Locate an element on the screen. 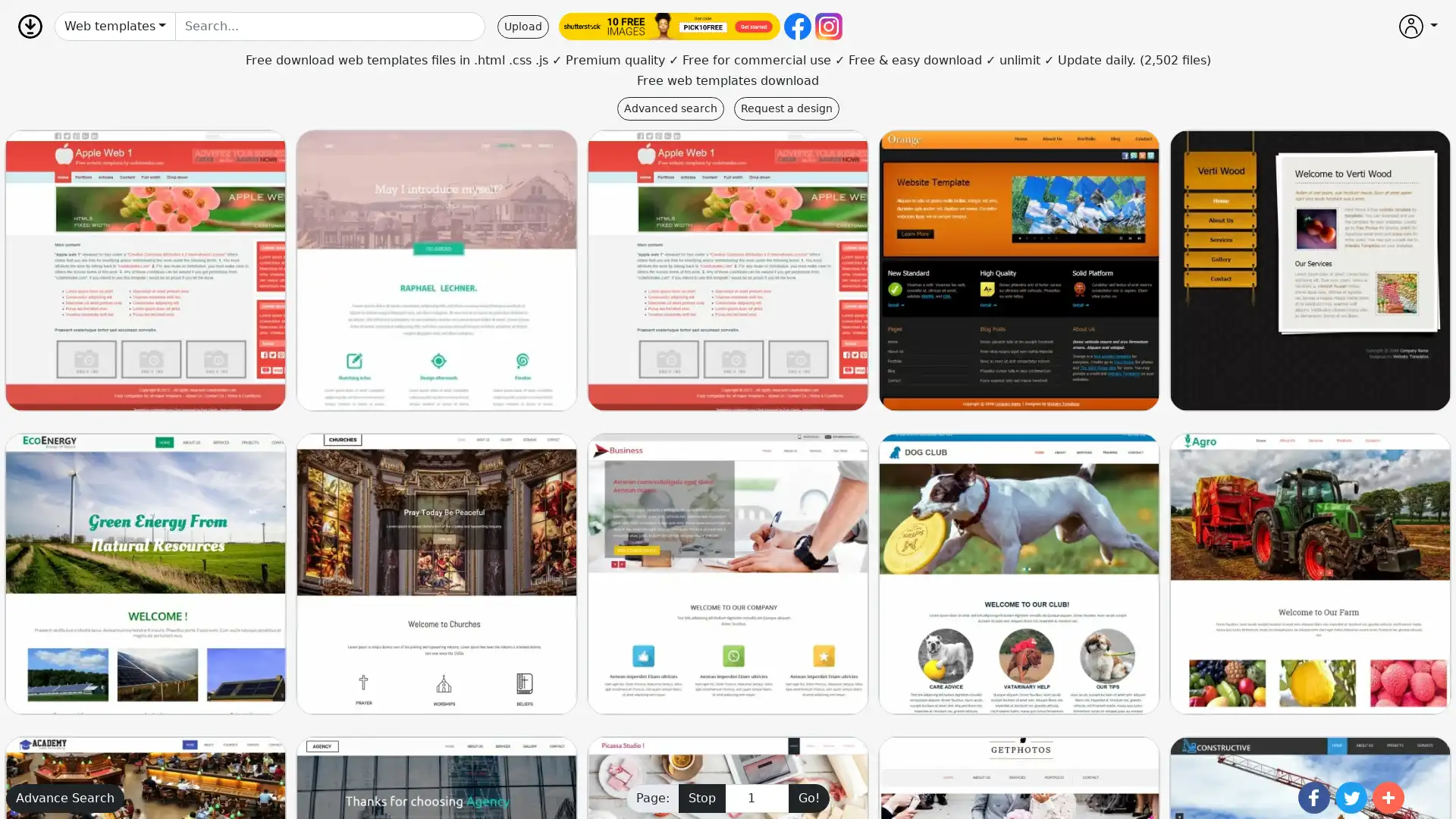 The image size is (1456, 819). Share to Facebook is located at coordinates (1290, 797).